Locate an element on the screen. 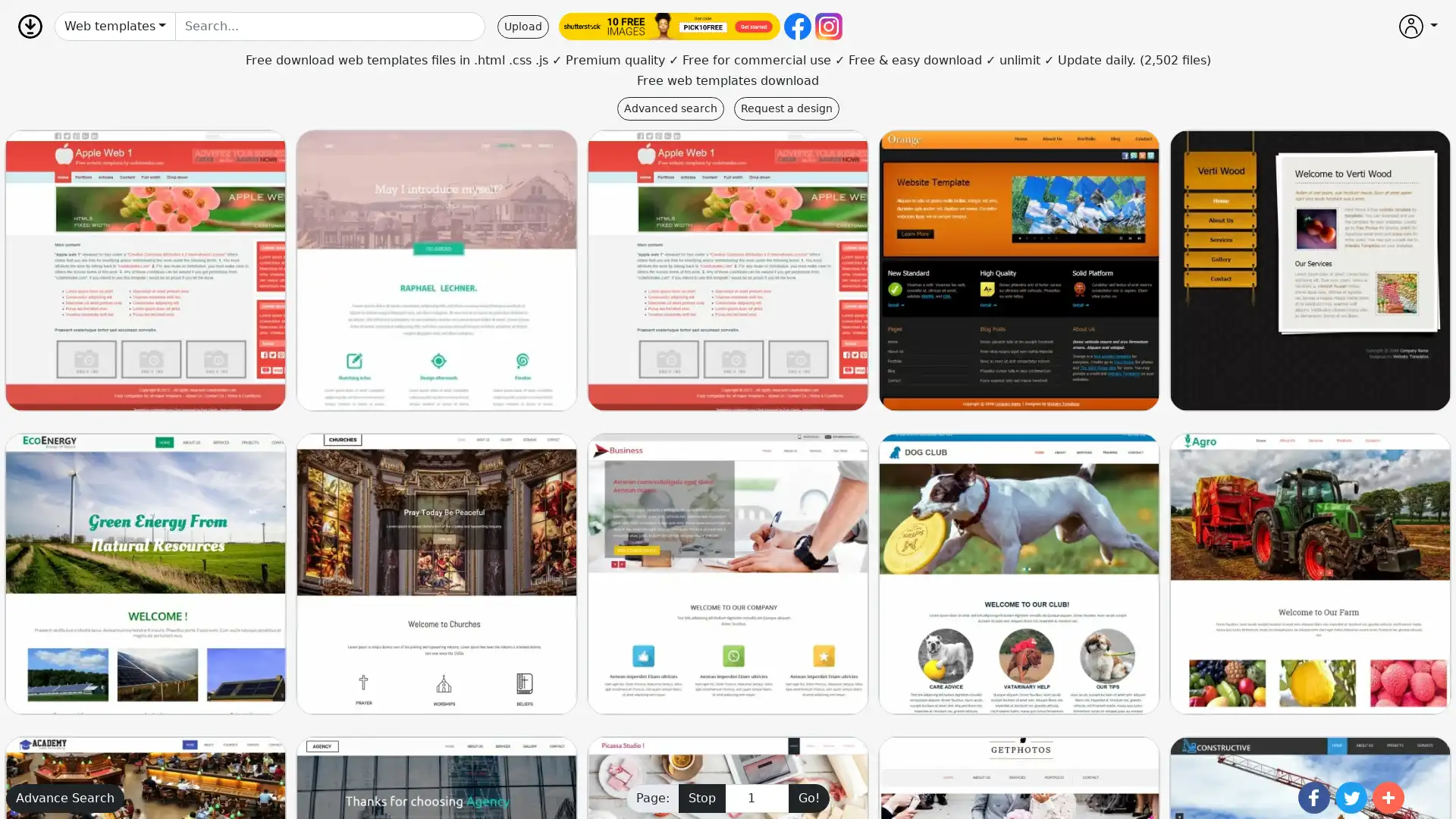 The image size is (1456, 819). Share to Facebook is located at coordinates (1290, 797).